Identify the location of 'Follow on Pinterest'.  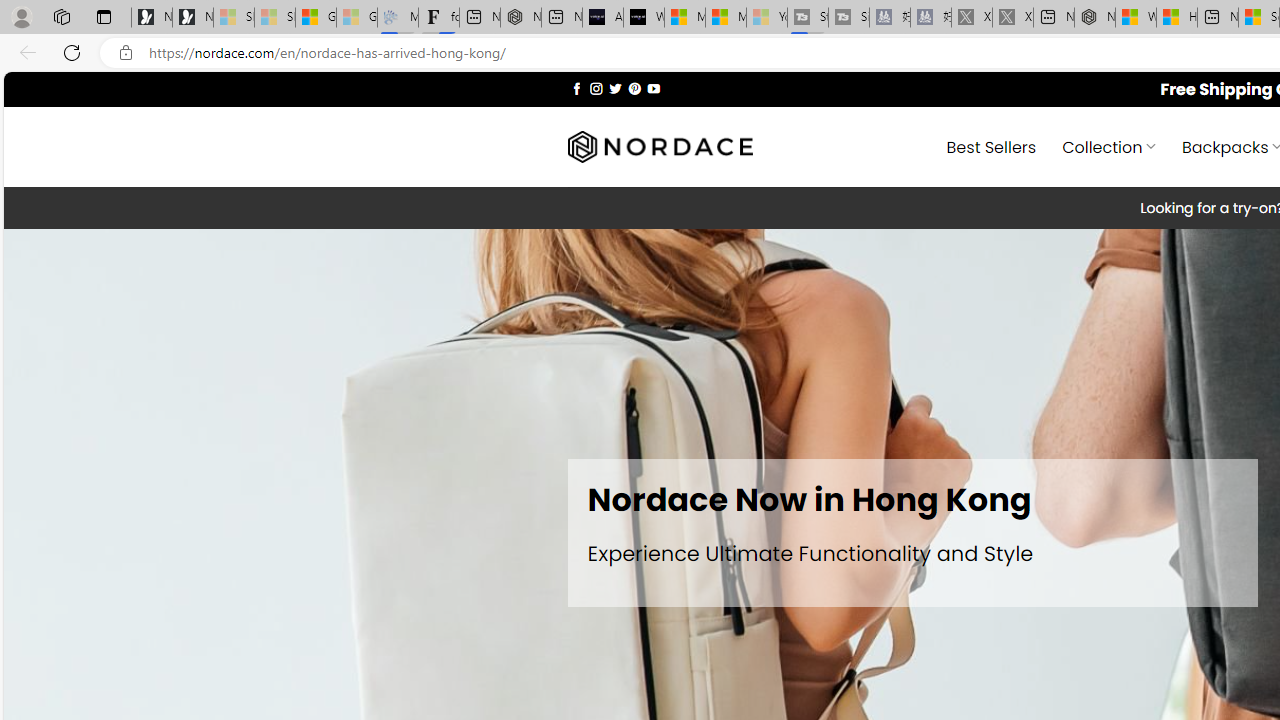
(633, 87).